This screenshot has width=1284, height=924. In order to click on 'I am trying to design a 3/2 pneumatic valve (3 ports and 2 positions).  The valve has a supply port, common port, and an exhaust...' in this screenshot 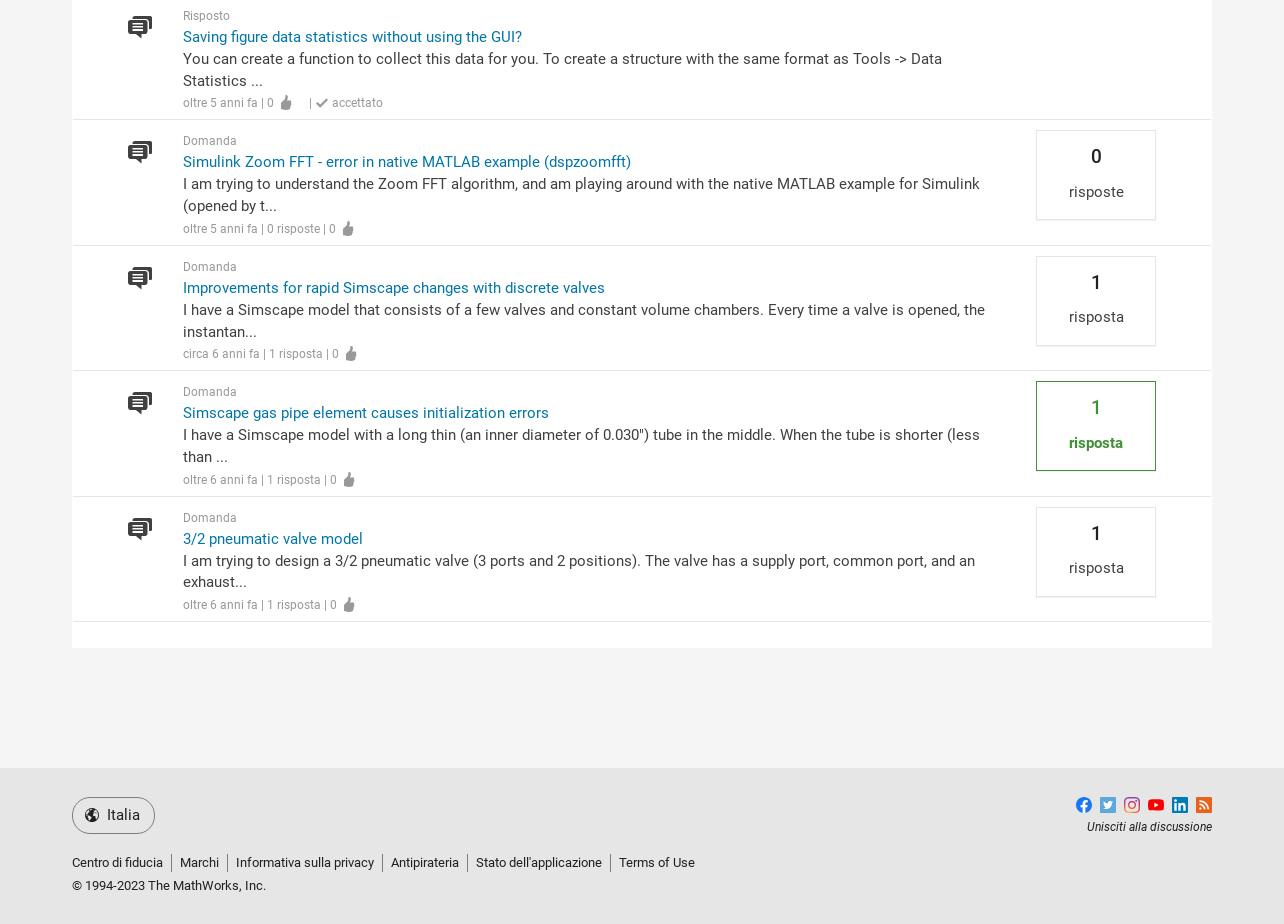, I will do `click(577, 571)`.